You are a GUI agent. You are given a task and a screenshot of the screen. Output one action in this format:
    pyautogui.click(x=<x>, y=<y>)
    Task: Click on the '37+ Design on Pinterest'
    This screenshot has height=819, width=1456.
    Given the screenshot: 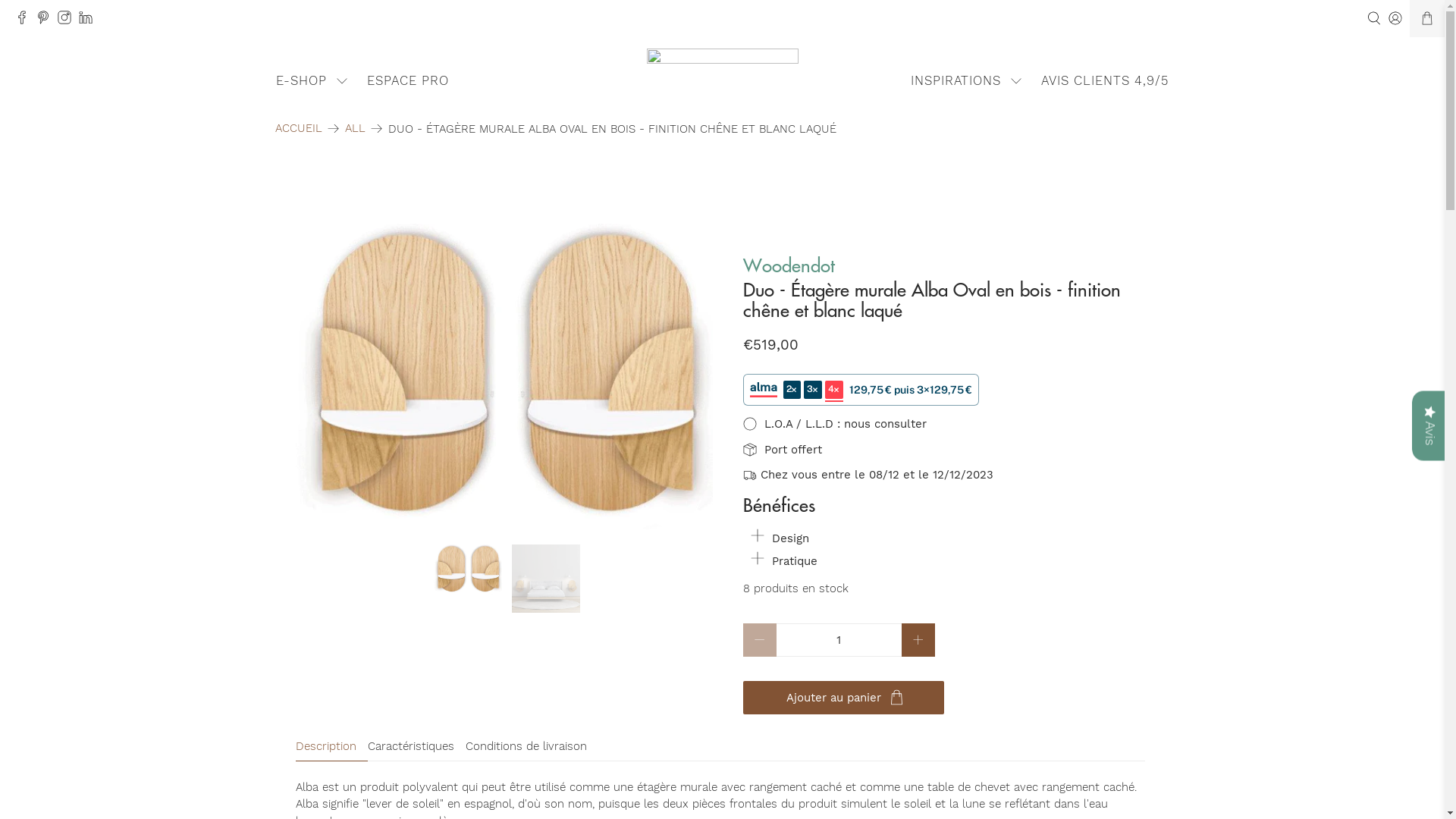 What is the action you would take?
    pyautogui.click(x=47, y=20)
    